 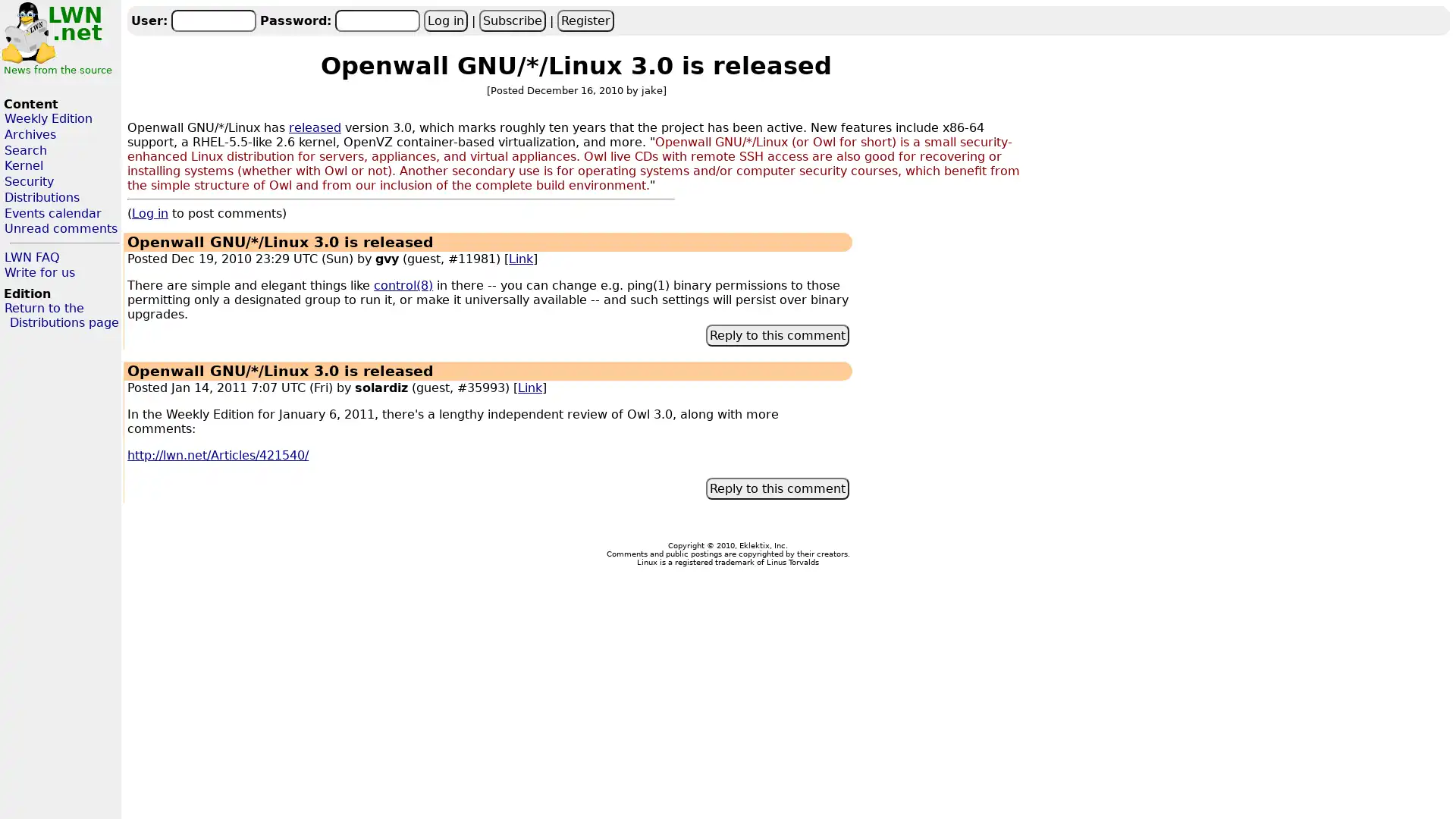 What do you see at coordinates (777, 488) in the screenshot?
I see `Reply to this comment` at bounding box center [777, 488].